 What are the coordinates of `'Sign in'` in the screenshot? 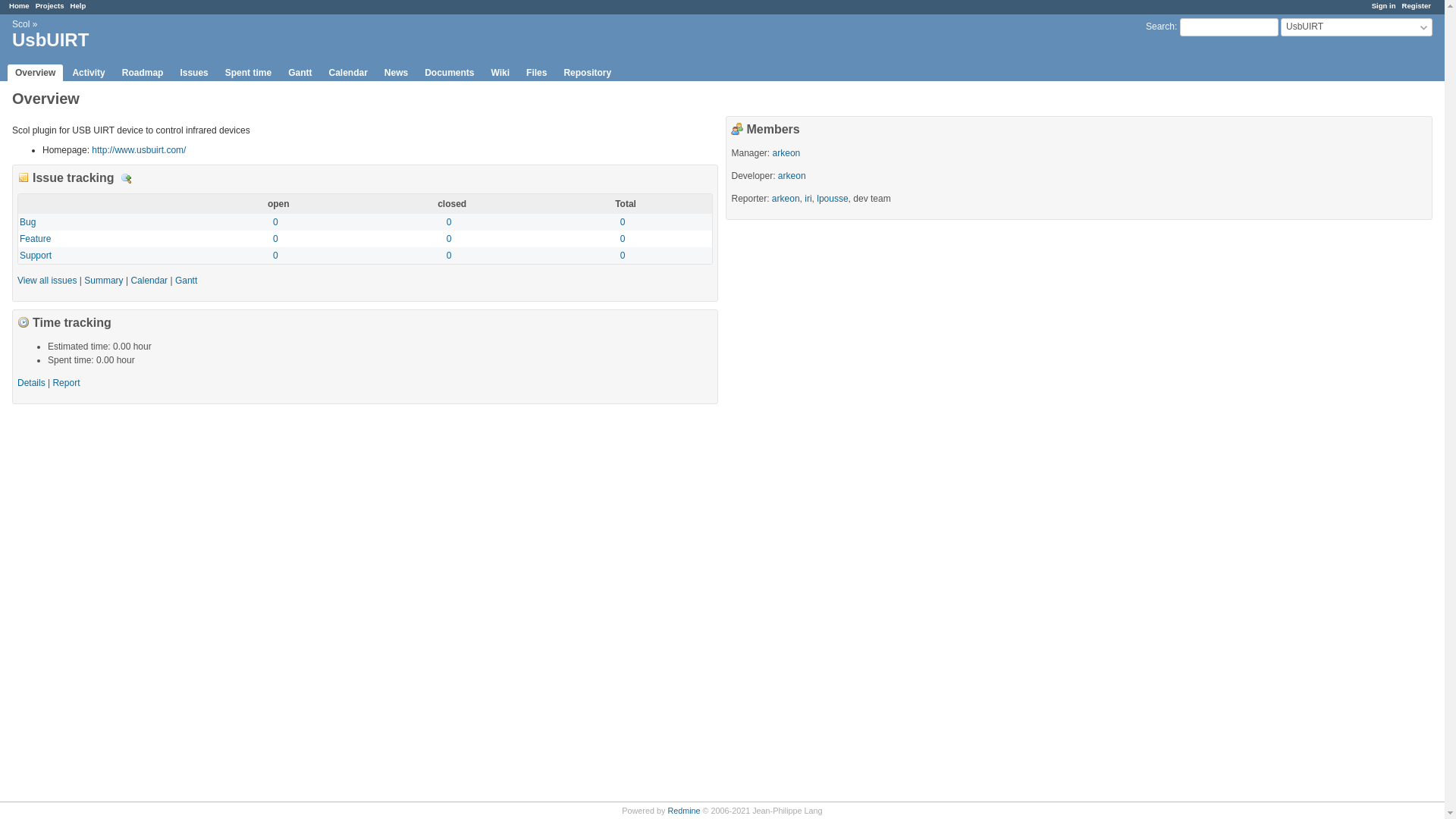 It's located at (1383, 5).